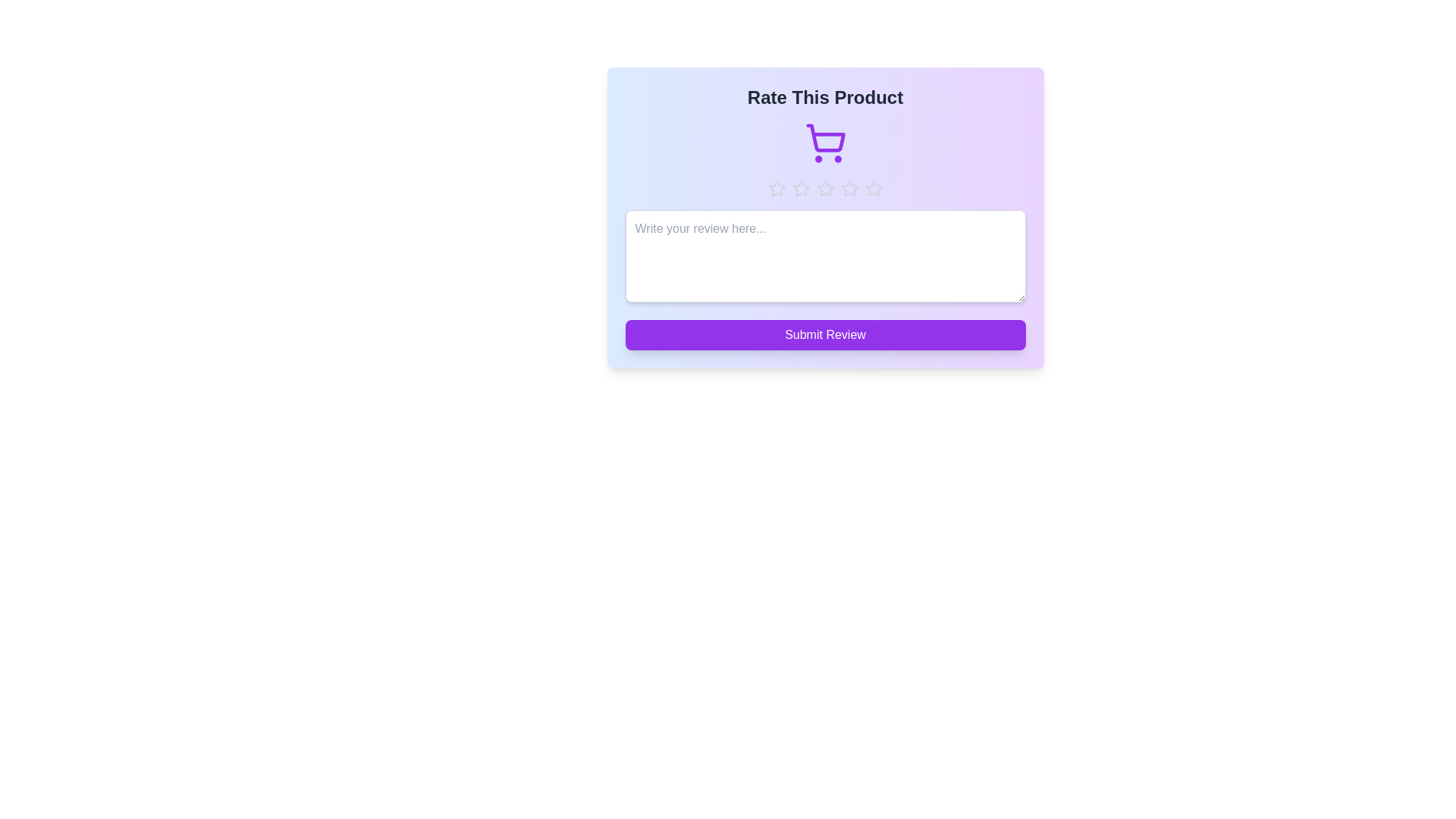 Image resolution: width=1456 pixels, height=819 pixels. I want to click on the shopping cart icon, so click(824, 143).